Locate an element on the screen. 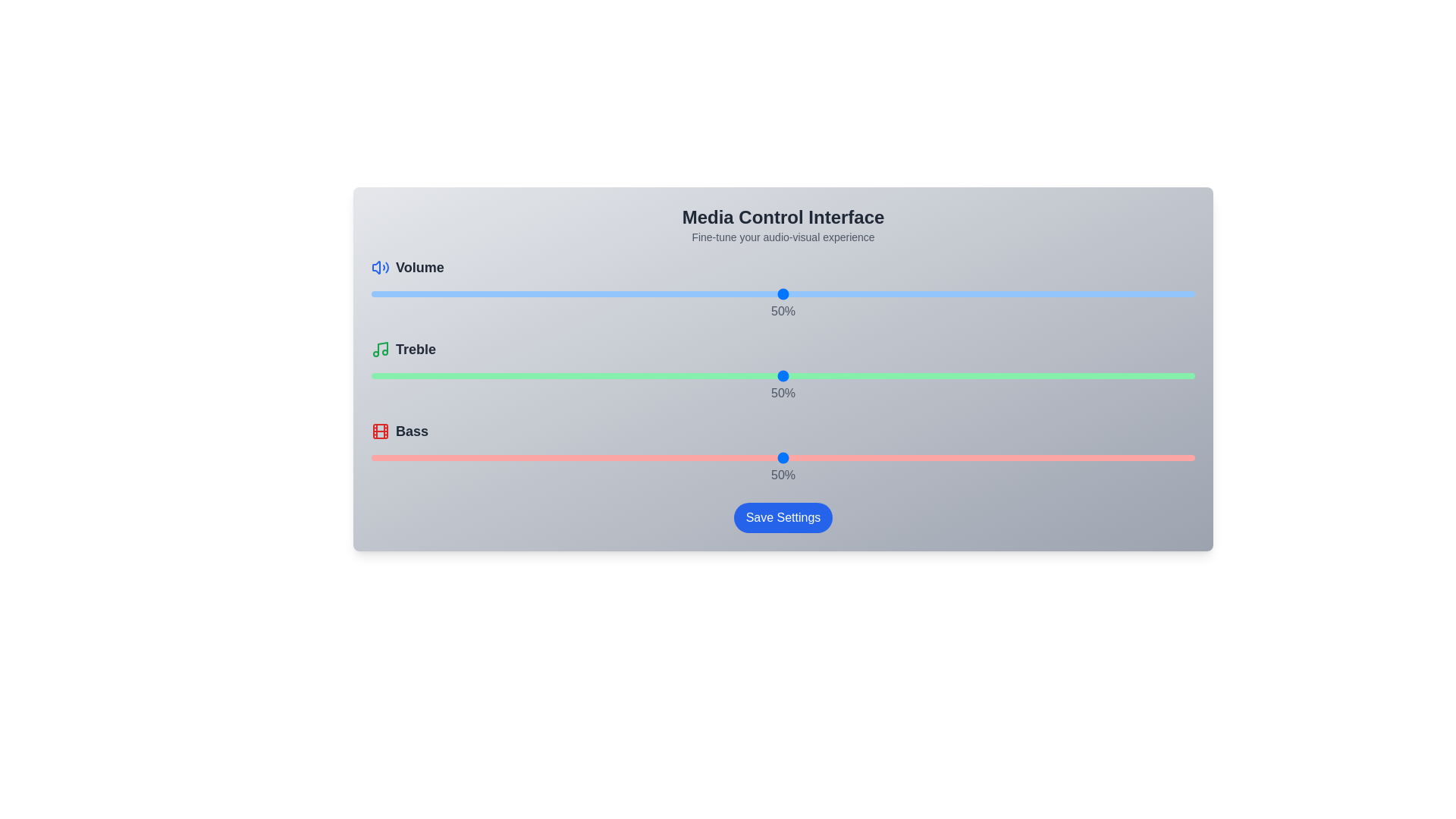  the slider value is located at coordinates (839, 294).